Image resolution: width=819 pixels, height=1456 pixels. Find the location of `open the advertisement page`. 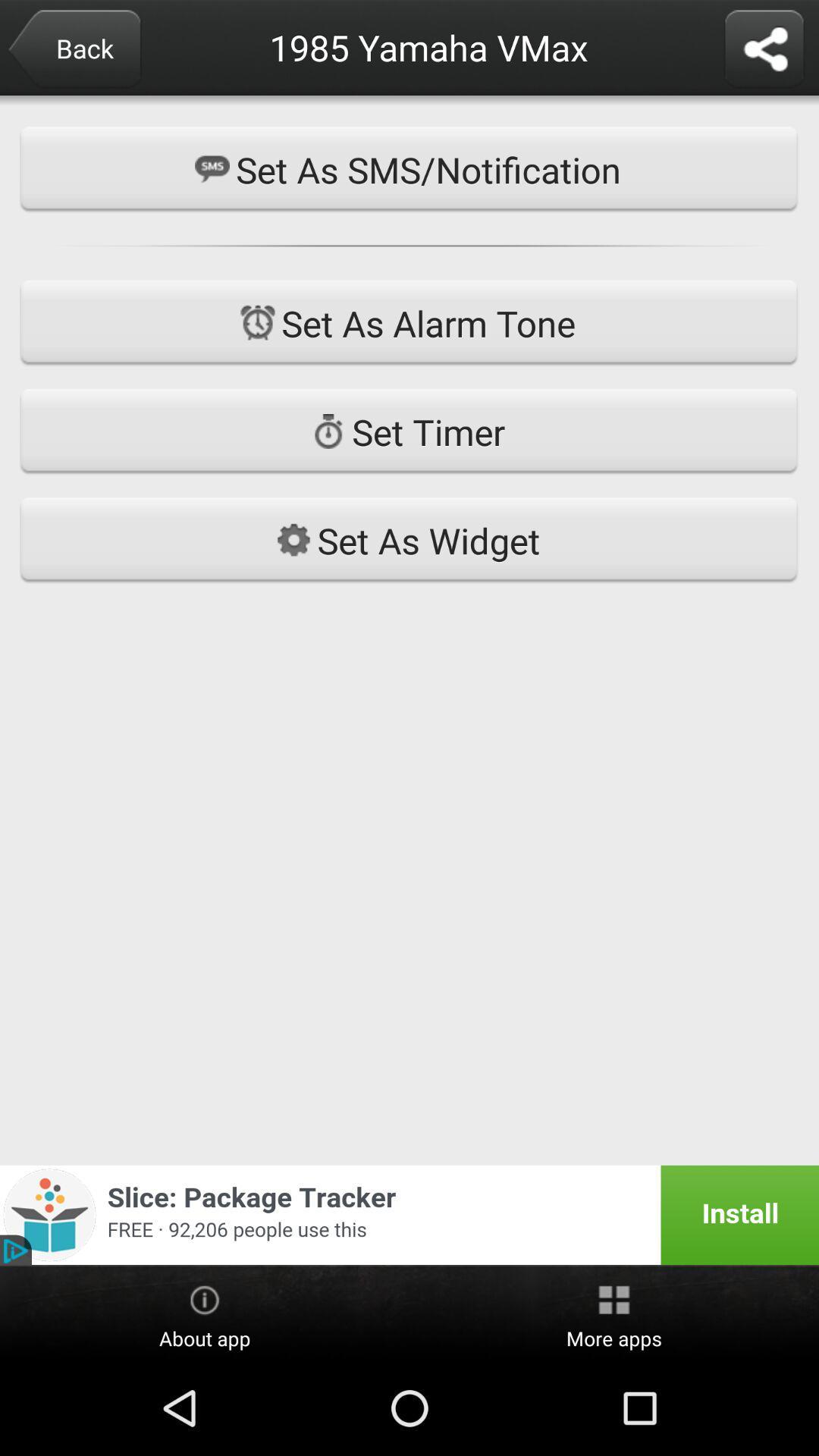

open the advertisement page is located at coordinates (409, 1215).